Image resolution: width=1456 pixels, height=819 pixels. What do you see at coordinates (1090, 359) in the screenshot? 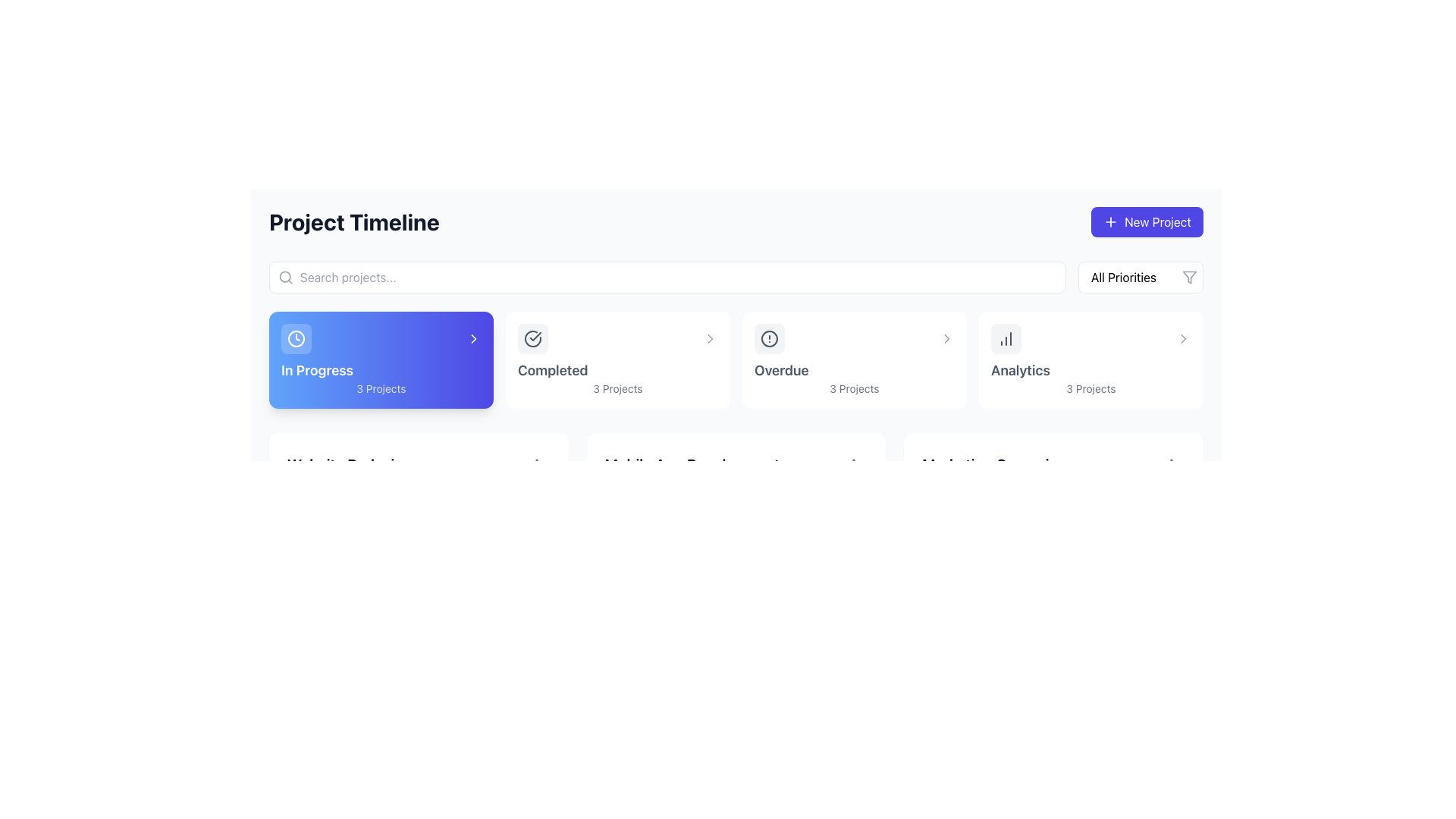
I see `the Button-like Card that summarizes analytics data, located as the fourth card in a grid of four, positioned at the far right of the row, to trigger the tooltip or hover effect` at bounding box center [1090, 359].